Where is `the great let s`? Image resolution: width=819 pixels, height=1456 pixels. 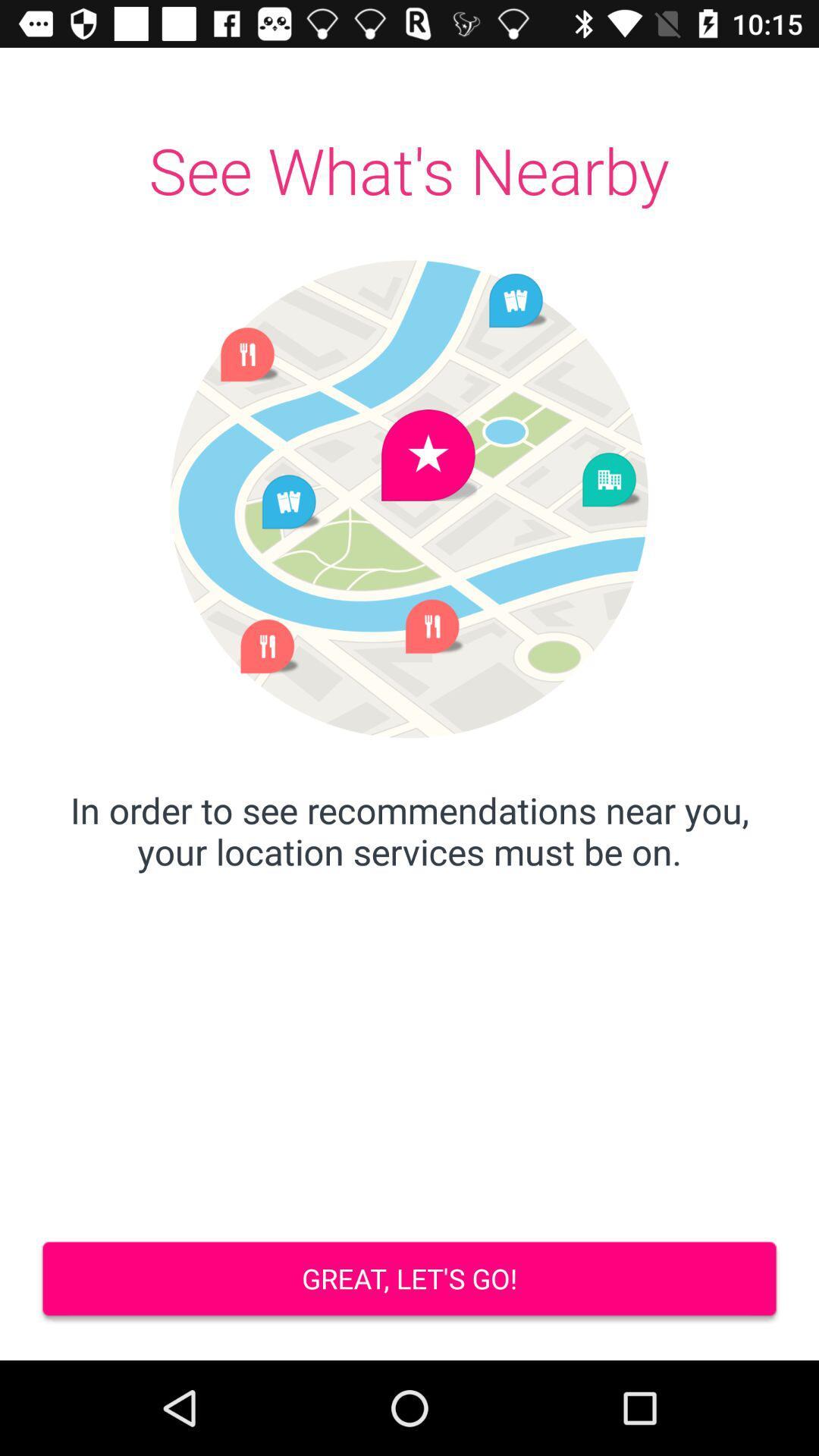 the great let s is located at coordinates (409, 1280).